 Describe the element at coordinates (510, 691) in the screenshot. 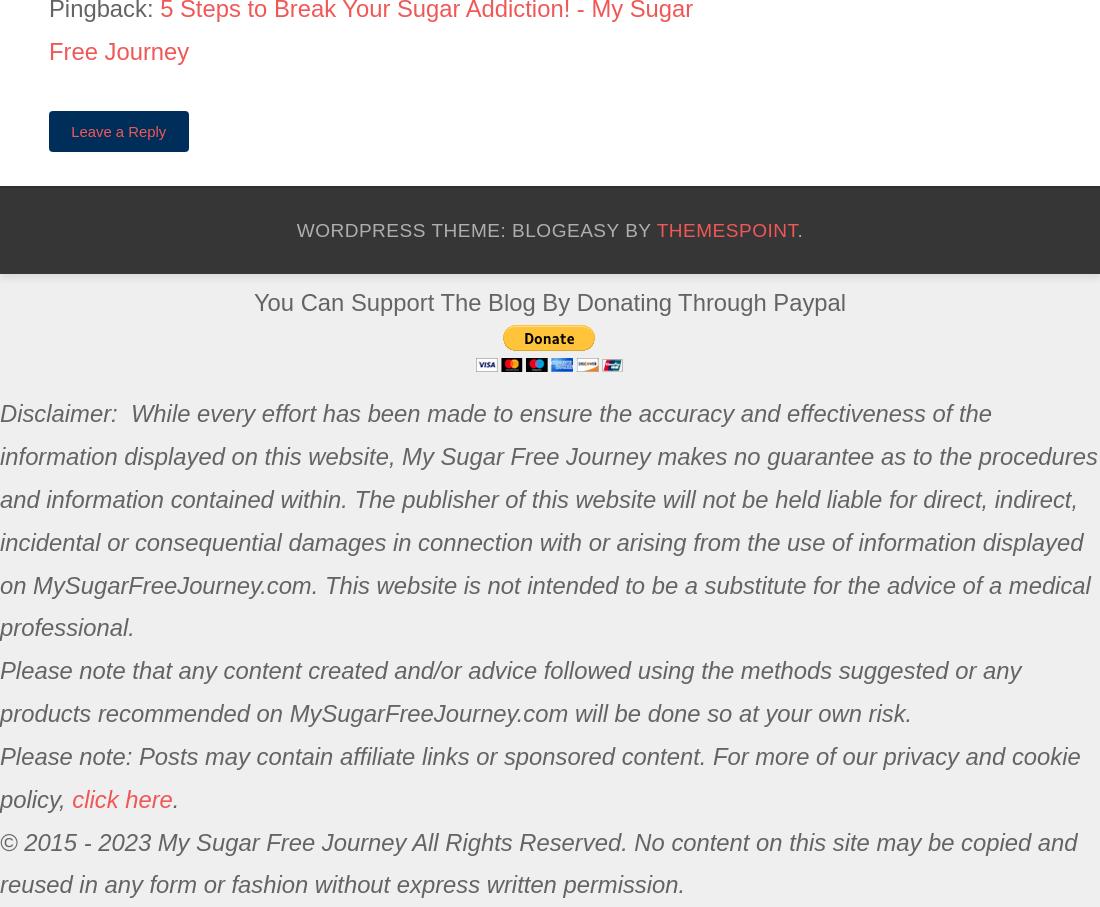

I see `'Please note that any content created and/or advice followed using the methods suggested or any products recommended on MySugarFreeJourney.com will be done so at your own risk.'` at that location.